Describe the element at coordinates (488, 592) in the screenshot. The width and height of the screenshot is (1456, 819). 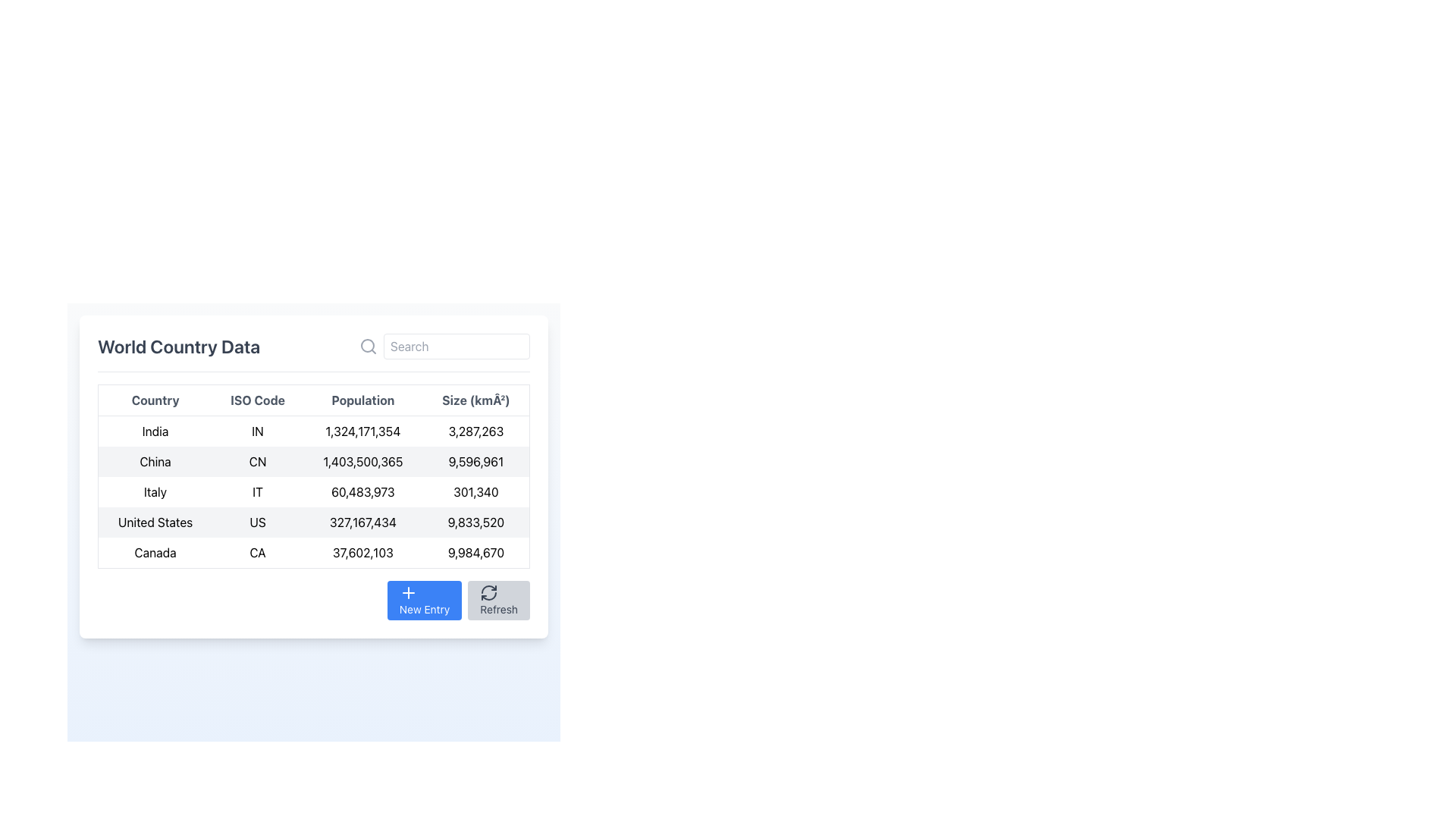
I see `the refresh icon located within the 'Refresh' button at the bottom-right corner of the interface to refresh the data` at that location.